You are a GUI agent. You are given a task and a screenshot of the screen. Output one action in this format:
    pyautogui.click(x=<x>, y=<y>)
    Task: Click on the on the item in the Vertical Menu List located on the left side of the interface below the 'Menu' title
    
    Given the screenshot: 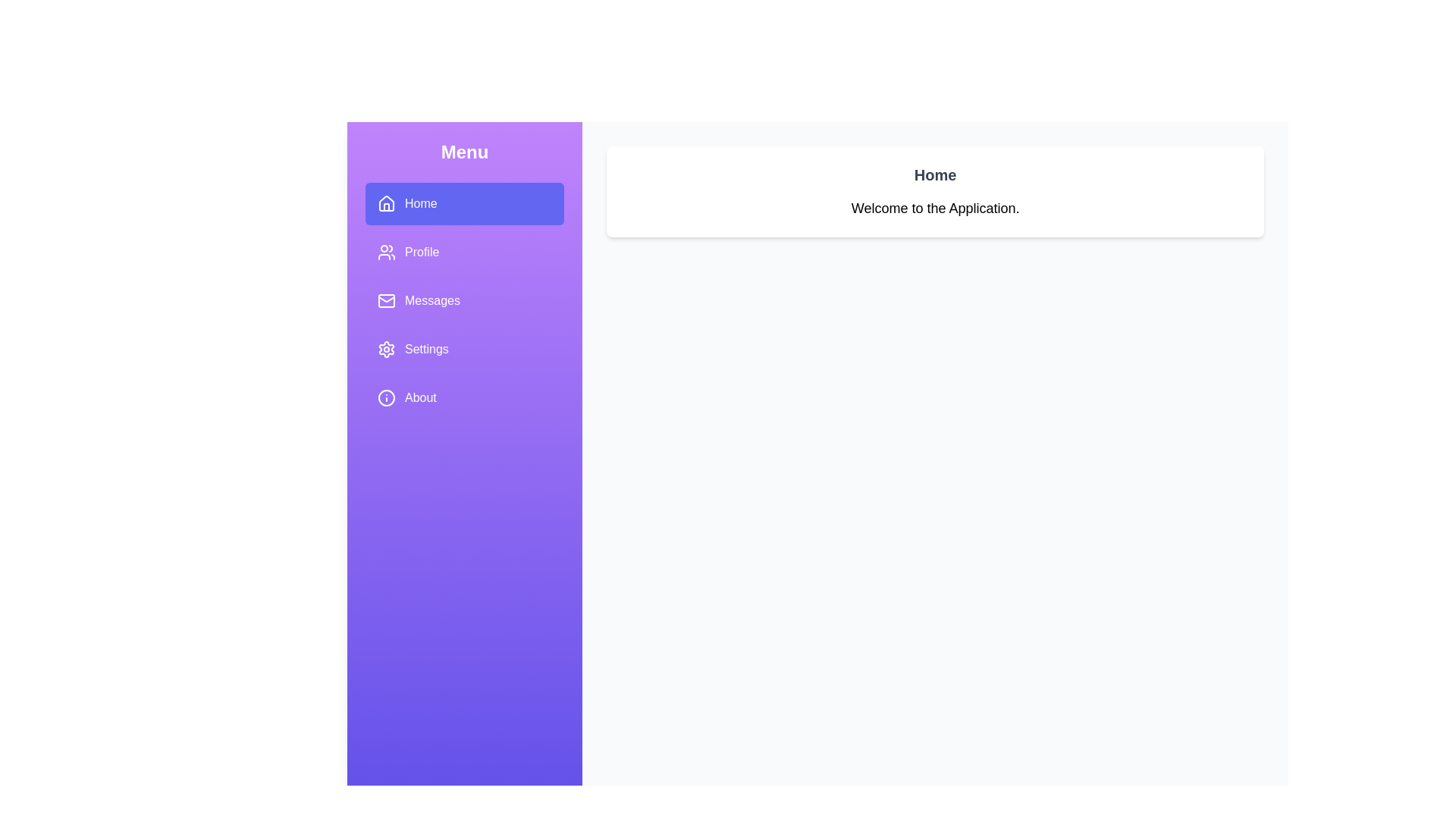 What is the action you would take?
    pyautogui.click(x=464, y=301)
    